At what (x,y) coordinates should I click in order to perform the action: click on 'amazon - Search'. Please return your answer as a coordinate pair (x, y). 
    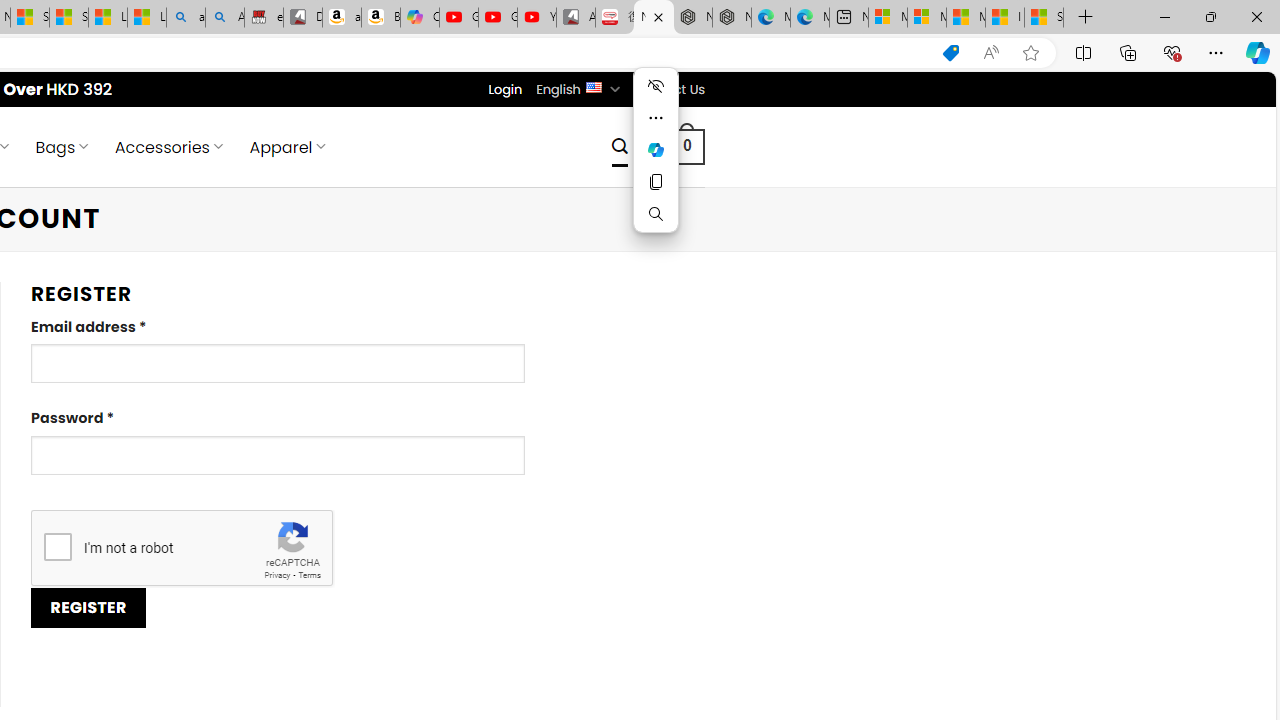
    Looking at the image, I should click on (185, 17).